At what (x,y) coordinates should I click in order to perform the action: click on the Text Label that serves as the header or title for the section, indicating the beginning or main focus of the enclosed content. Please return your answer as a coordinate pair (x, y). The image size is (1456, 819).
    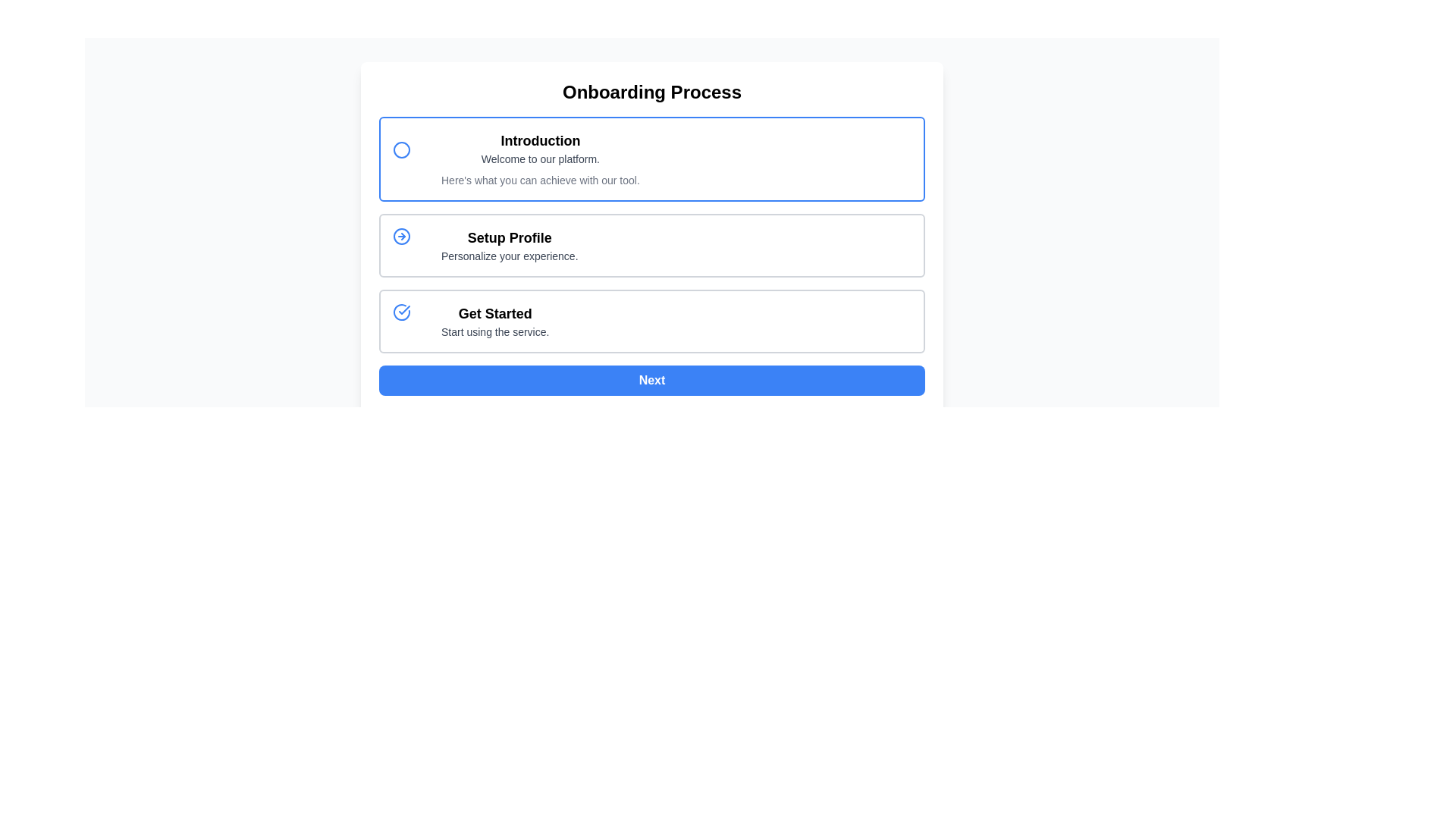
    Looking at the image, I should click on (540, 140).